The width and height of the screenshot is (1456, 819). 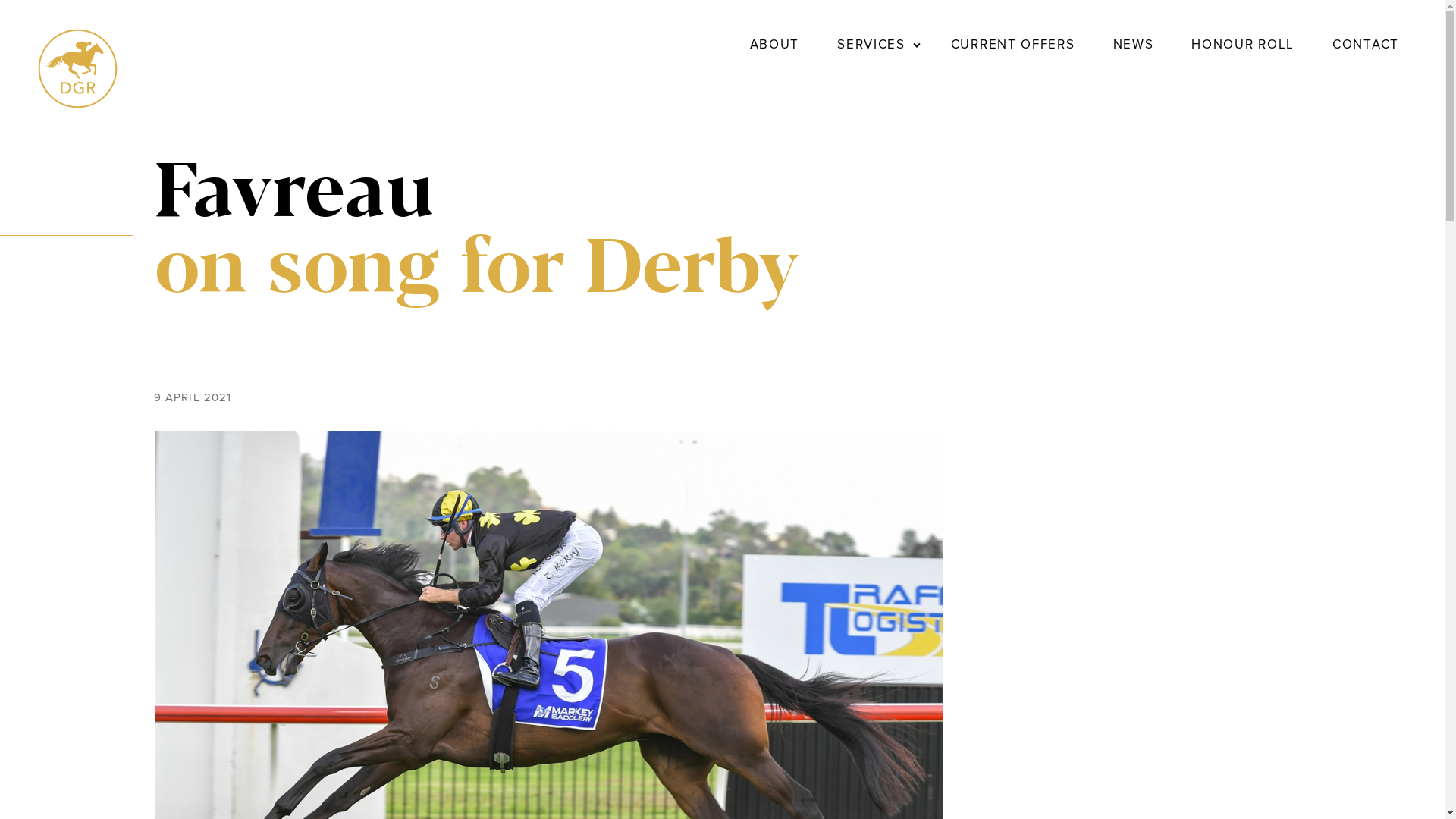 What do you see at coordinates (77, 103) in the screenshot?
I see `'DGR Thoroughbred Services'` at bounding box center [77, 103].